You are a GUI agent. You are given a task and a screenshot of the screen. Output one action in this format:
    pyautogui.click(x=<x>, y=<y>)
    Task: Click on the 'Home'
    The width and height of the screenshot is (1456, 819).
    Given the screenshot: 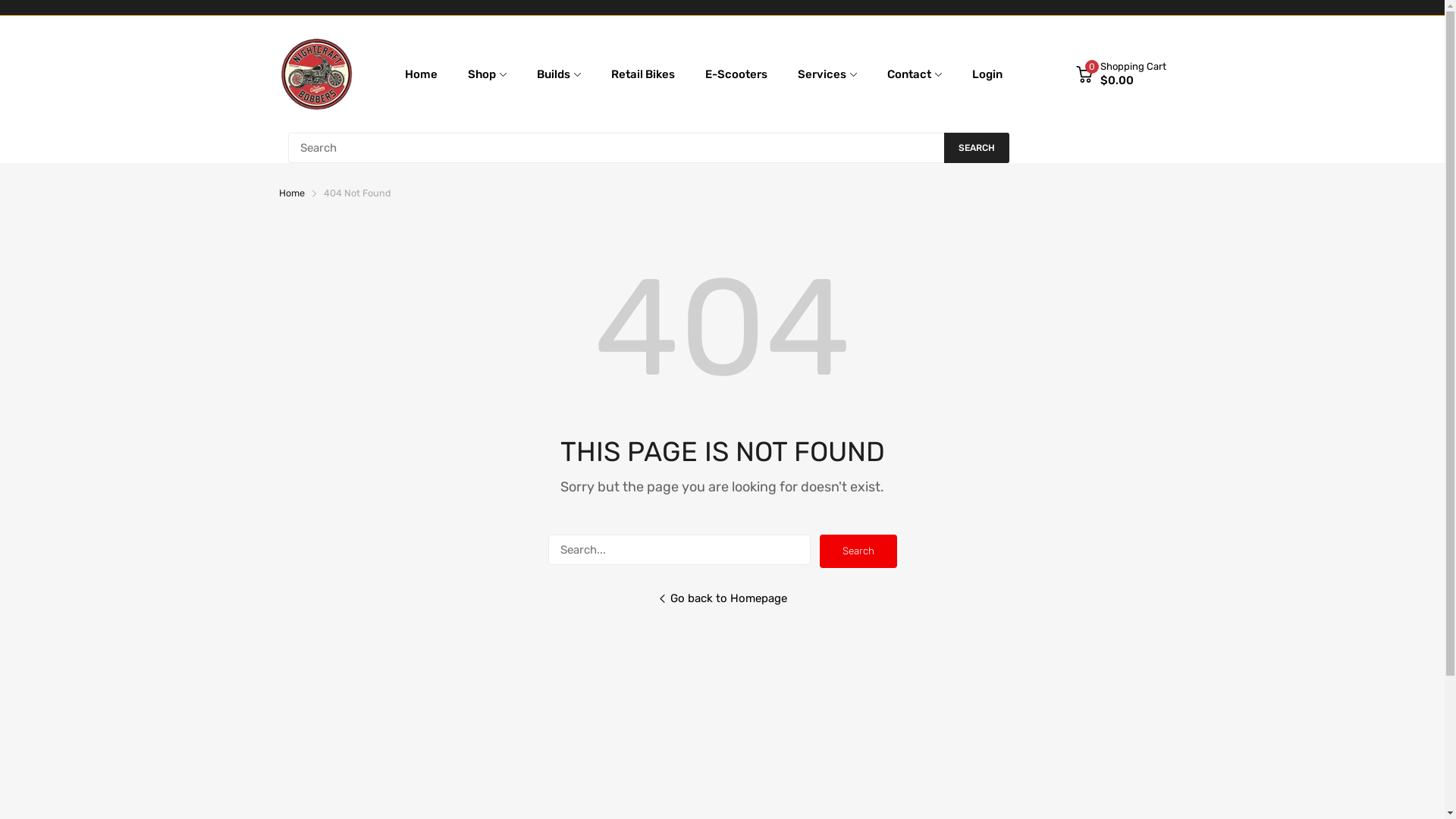 What is the action you would take?
    pyautogui.click(x=291, y=192)
    